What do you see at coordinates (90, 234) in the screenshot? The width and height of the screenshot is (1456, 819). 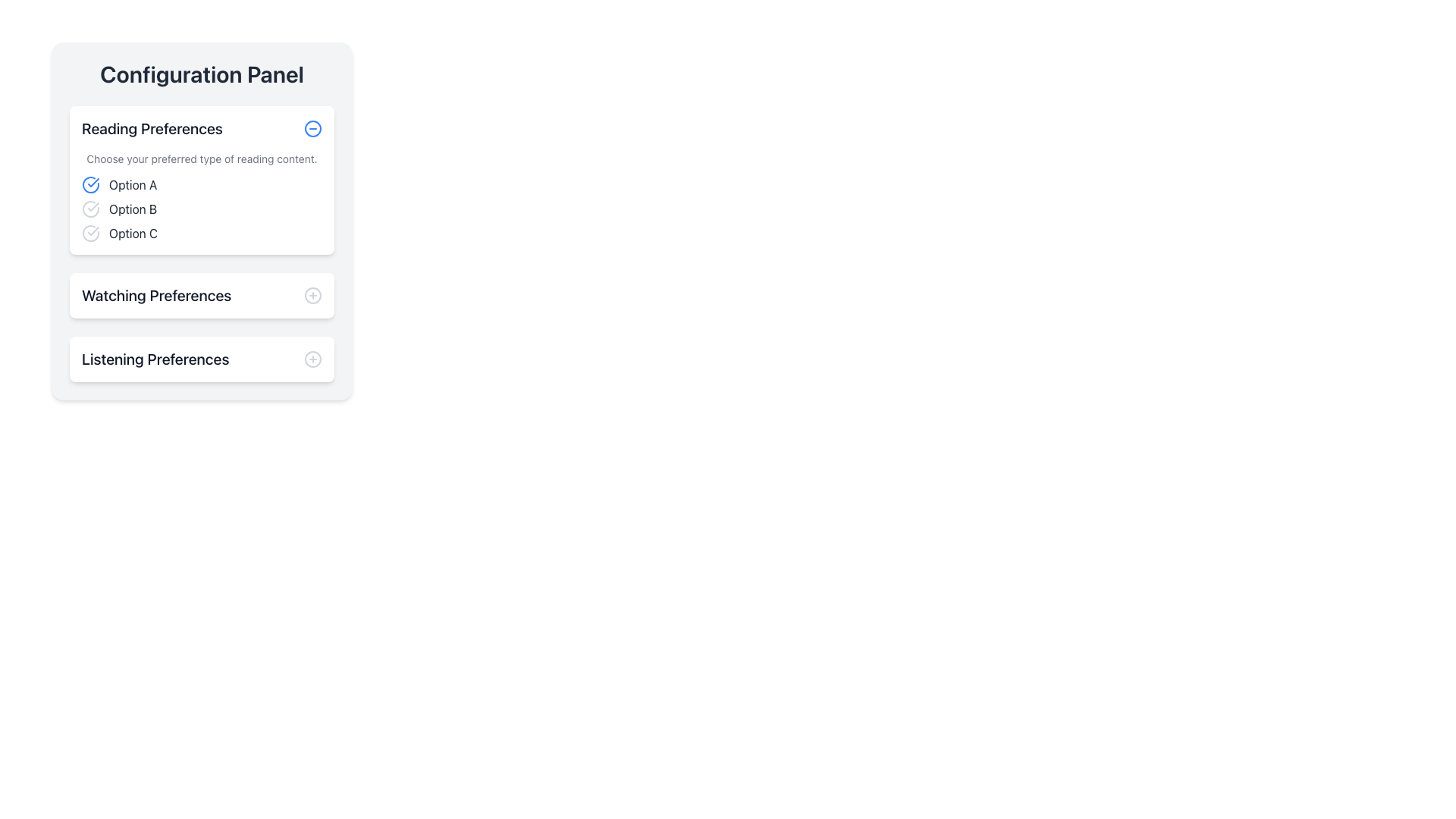 I see `the gray circular icon with a checkmark located in the 'Reading Preferences' section, to the left of the text 'Option C'` at bounding box center [90, 234].